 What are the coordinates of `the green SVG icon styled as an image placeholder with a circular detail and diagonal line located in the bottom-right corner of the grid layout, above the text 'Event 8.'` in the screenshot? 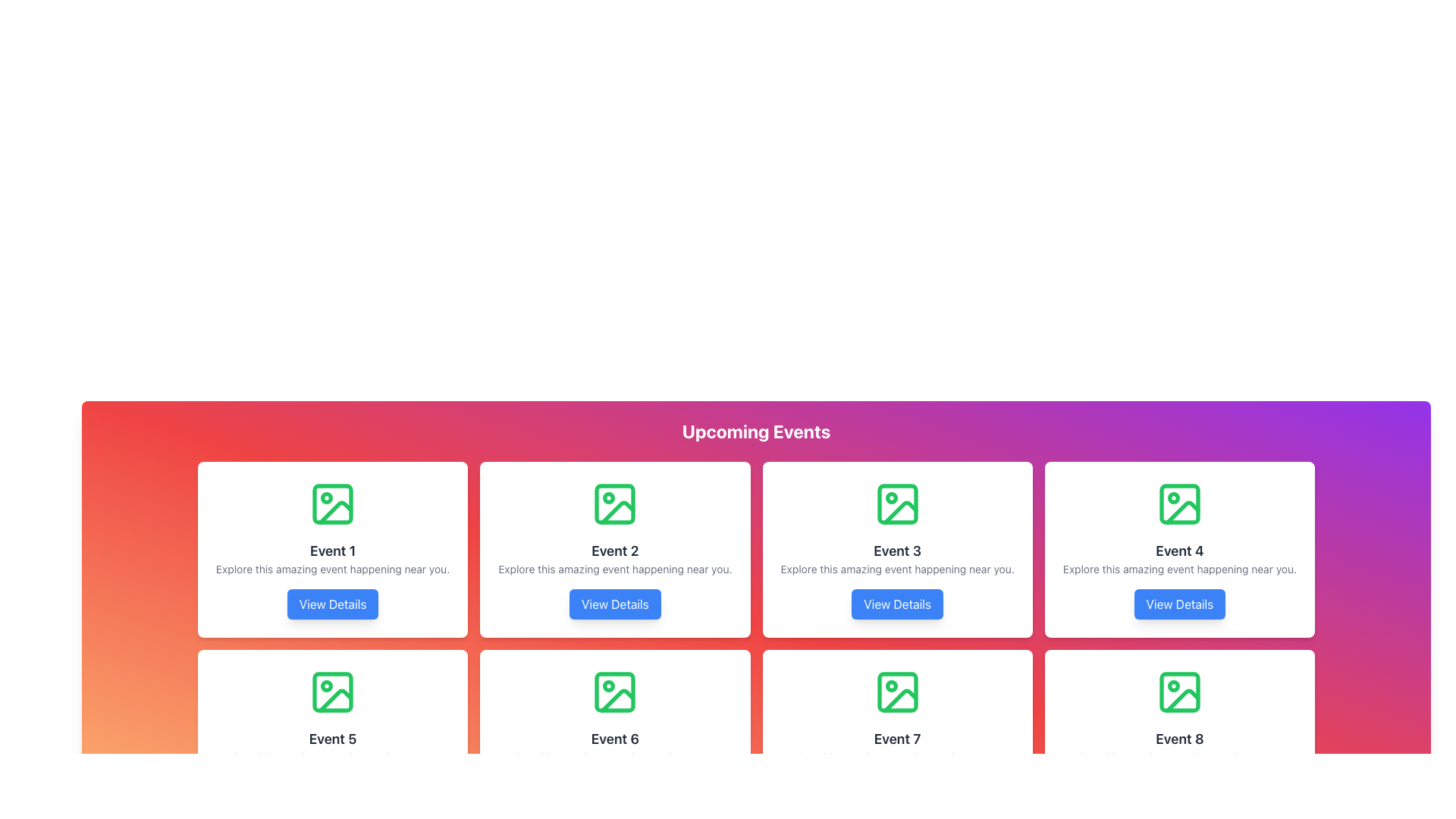 It's located at (1178, 692).